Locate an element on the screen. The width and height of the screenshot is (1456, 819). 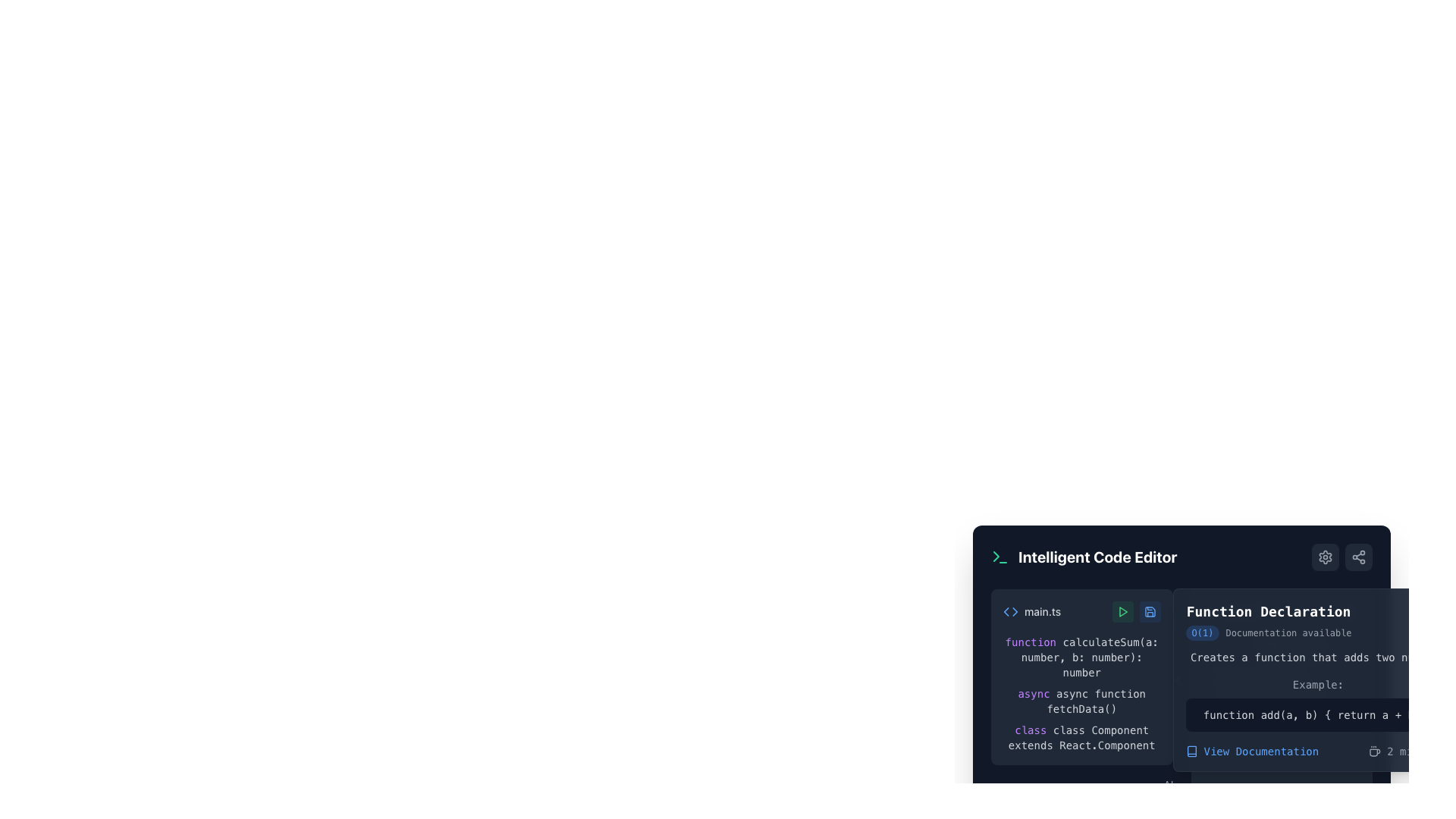
the terminal icon located is located at coordinates (1210, 610).